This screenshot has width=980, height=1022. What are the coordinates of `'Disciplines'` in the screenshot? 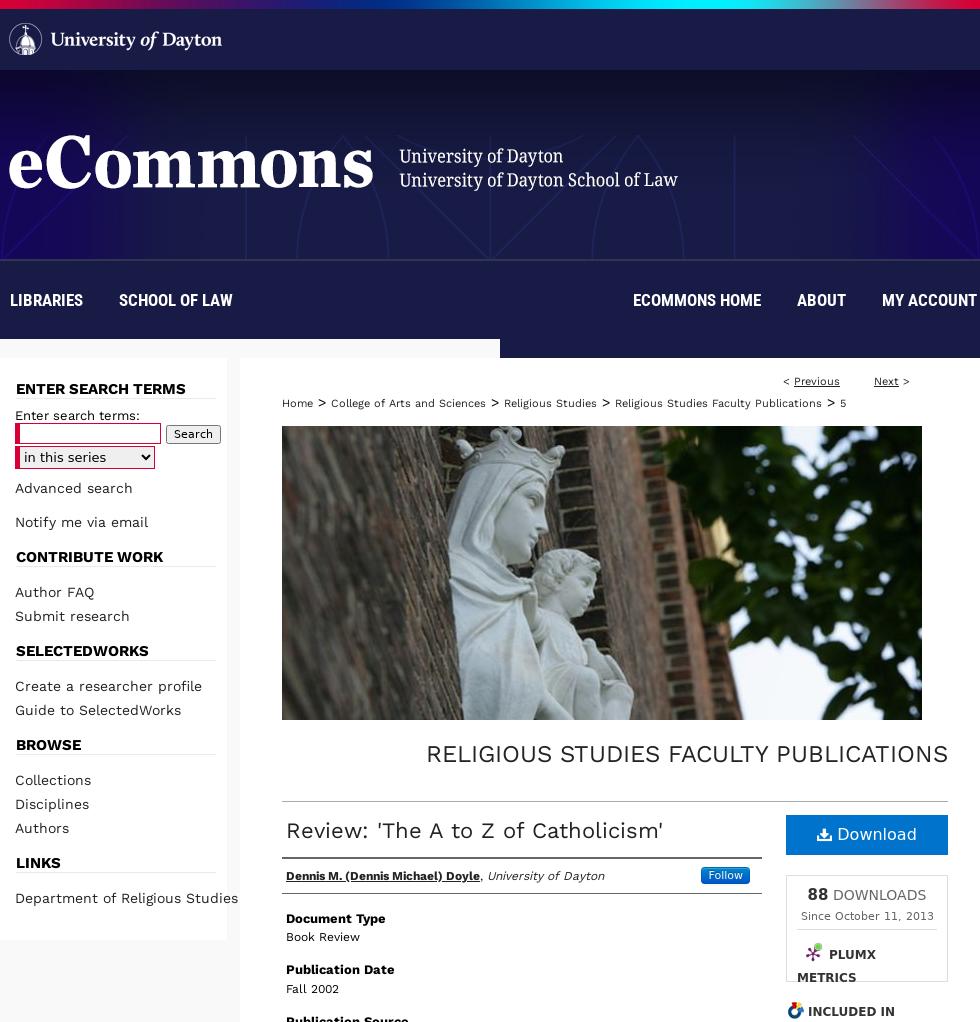 It's located at (14, 802).